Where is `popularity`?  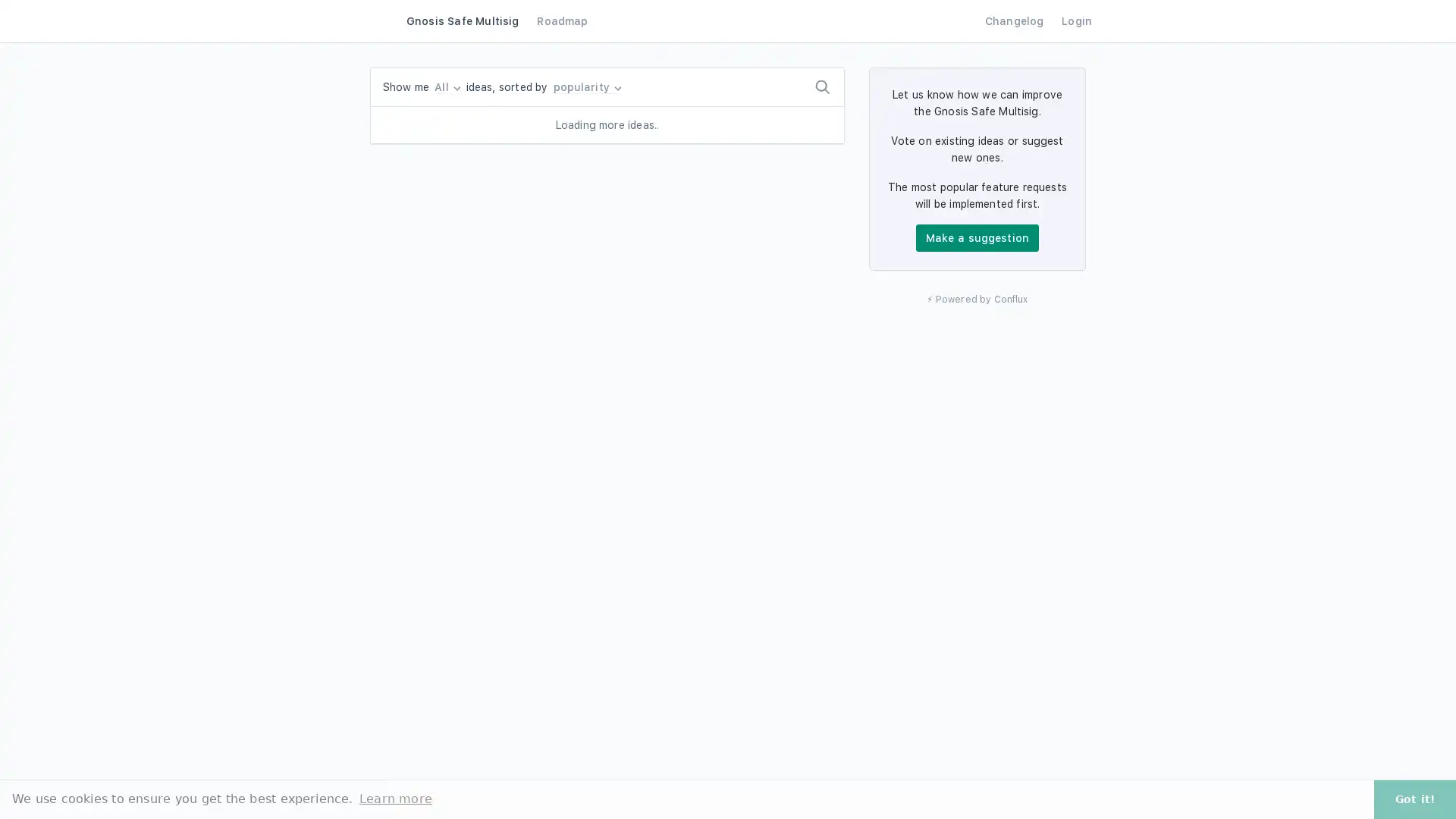
popularity is located at coordinates (585, 87).